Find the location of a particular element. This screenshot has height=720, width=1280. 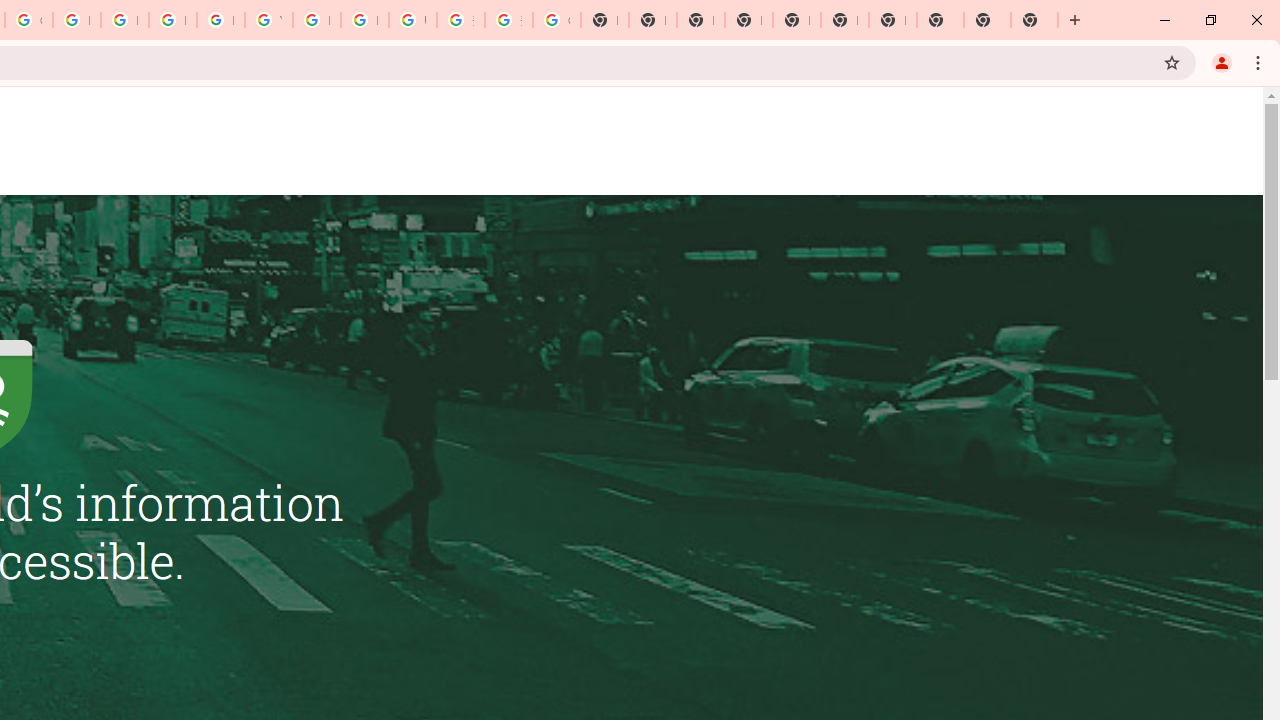

'YouTube' is located at coordinates (267, 20).